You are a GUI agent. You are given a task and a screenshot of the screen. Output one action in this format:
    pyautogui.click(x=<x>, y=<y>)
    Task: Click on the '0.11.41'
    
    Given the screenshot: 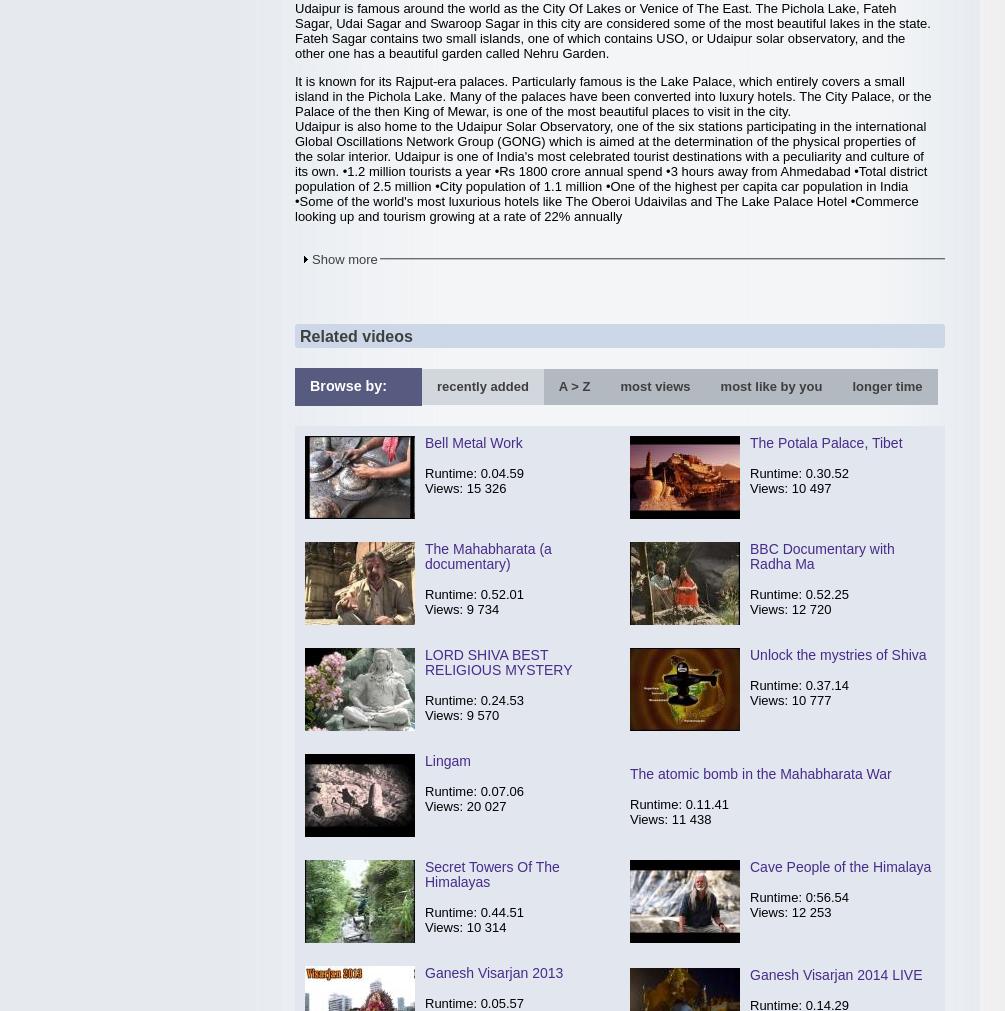 What is the action you would take?
    pyautogui.click(x=707, y=803)
    